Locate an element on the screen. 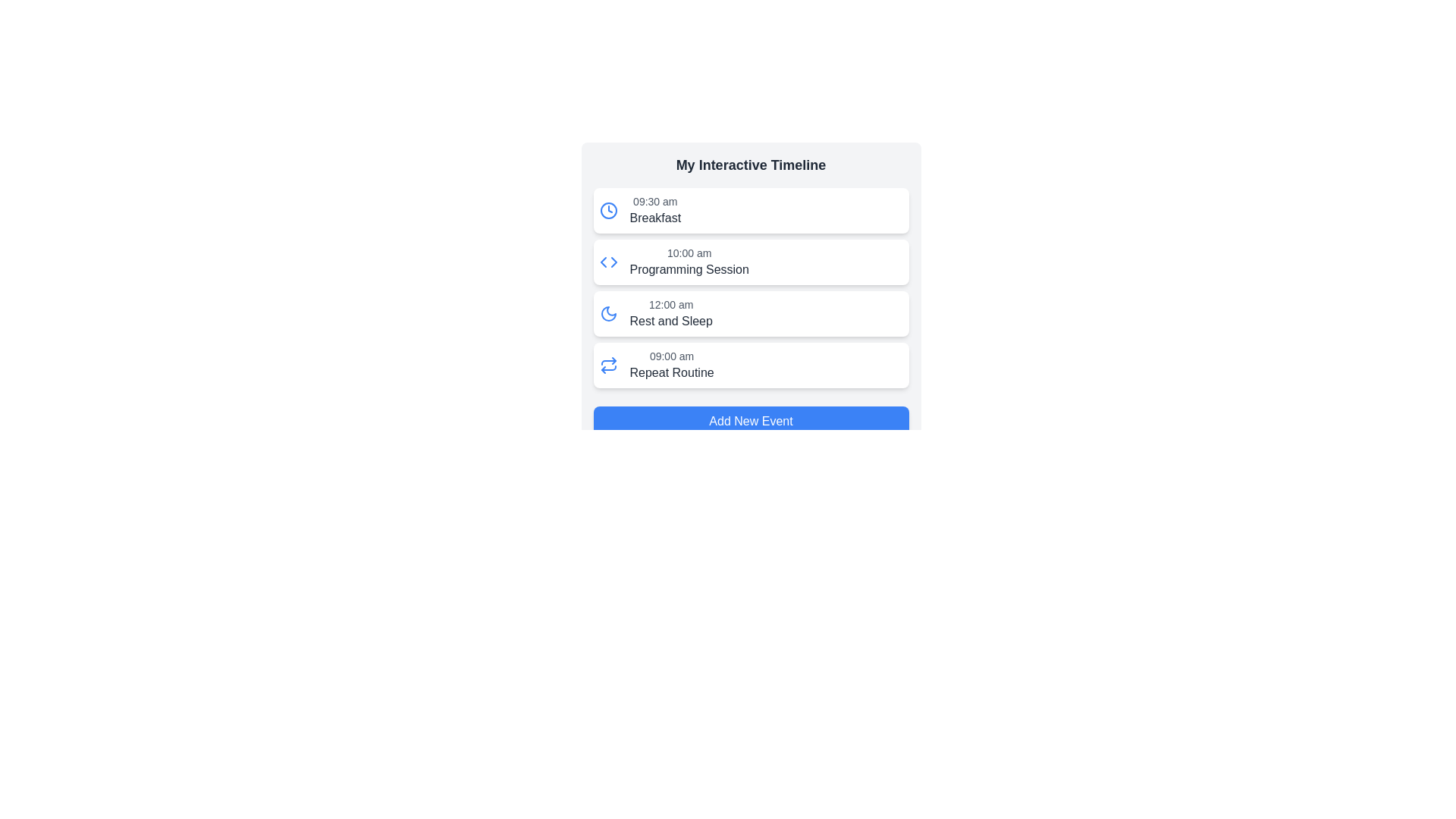 This screenshot has height=819, width=1456. informational text label that describes the event scheduled at '09:30 am' in the timeline, specifically the text 'Breakfast' located beneath the smaller time text is located at coordinates (655, 218).